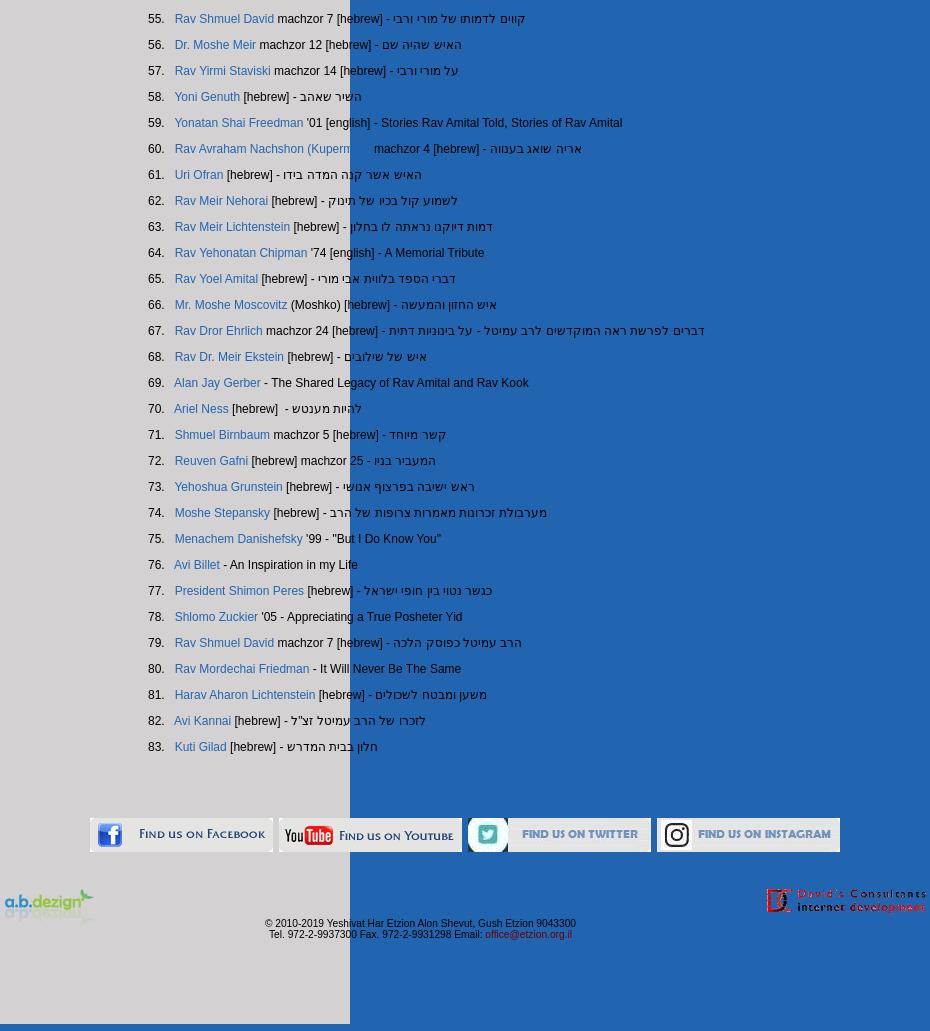 This screenshot has height=1031, width=930. I want to click on 'Rav Yirmi Staviski', so click(220, 71).